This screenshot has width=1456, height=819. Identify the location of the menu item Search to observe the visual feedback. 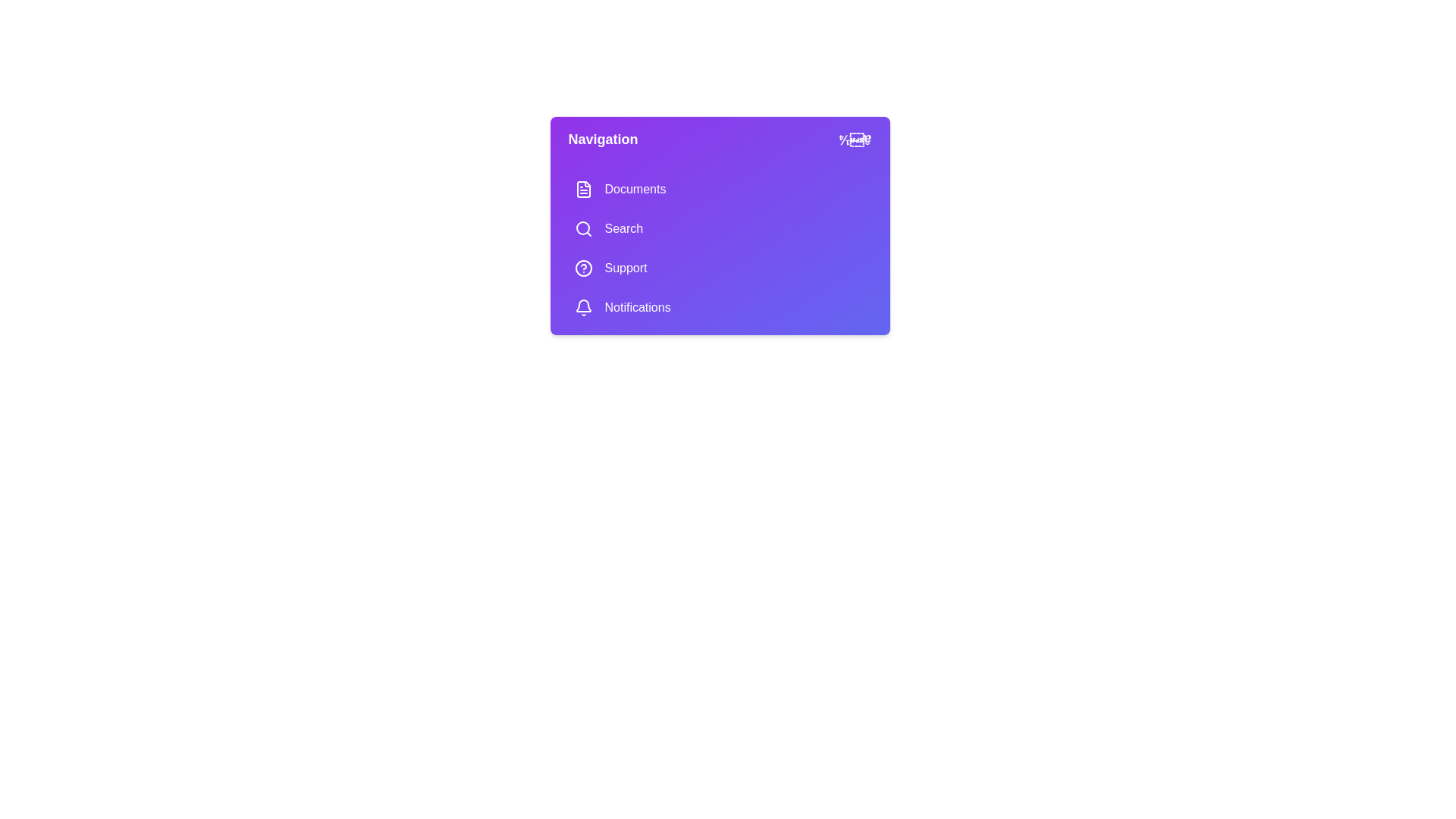
(719, 228).